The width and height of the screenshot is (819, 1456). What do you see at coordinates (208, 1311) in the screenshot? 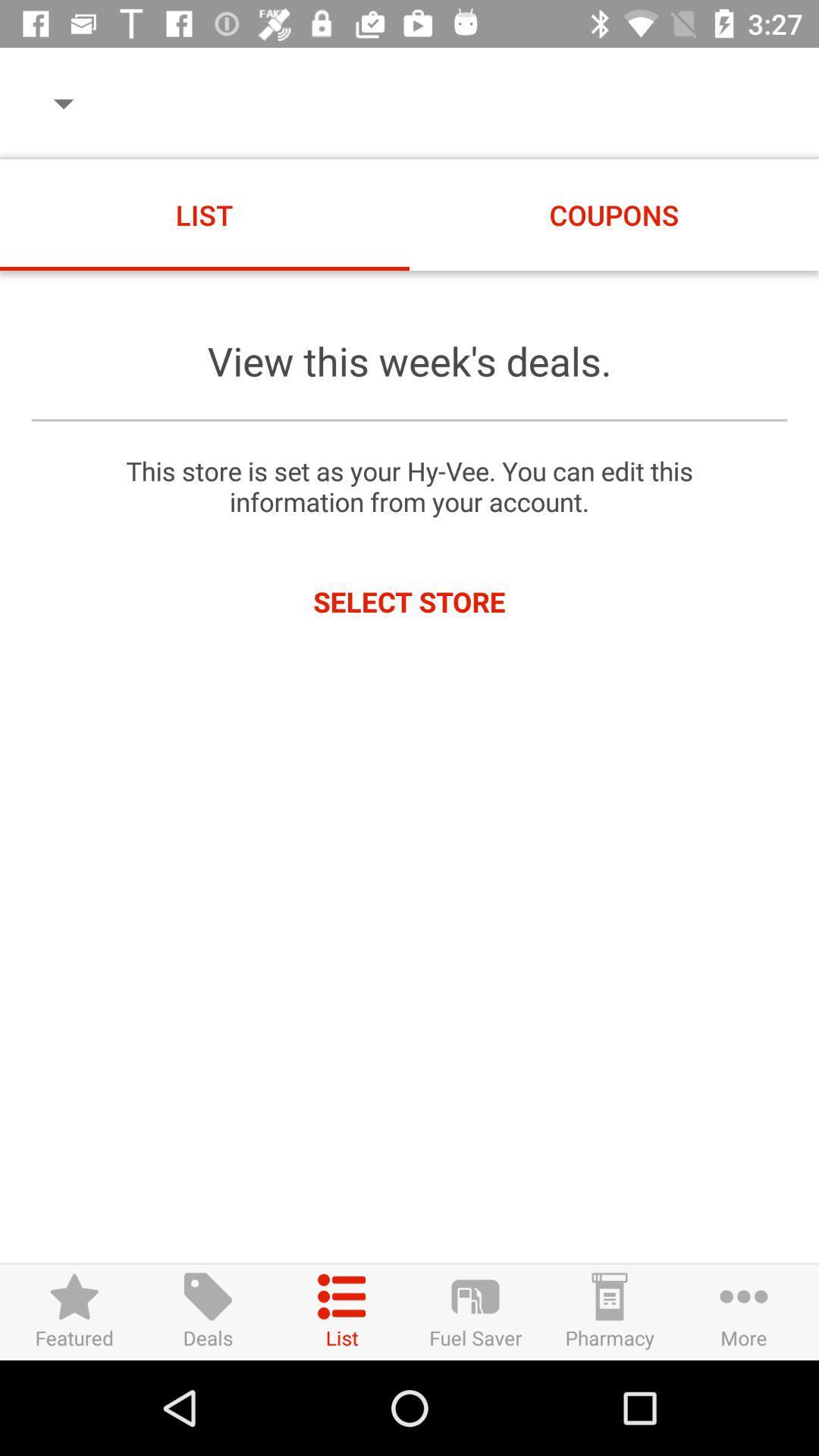
I see `the deals button on the web page` at bounding box center [208, 1311].